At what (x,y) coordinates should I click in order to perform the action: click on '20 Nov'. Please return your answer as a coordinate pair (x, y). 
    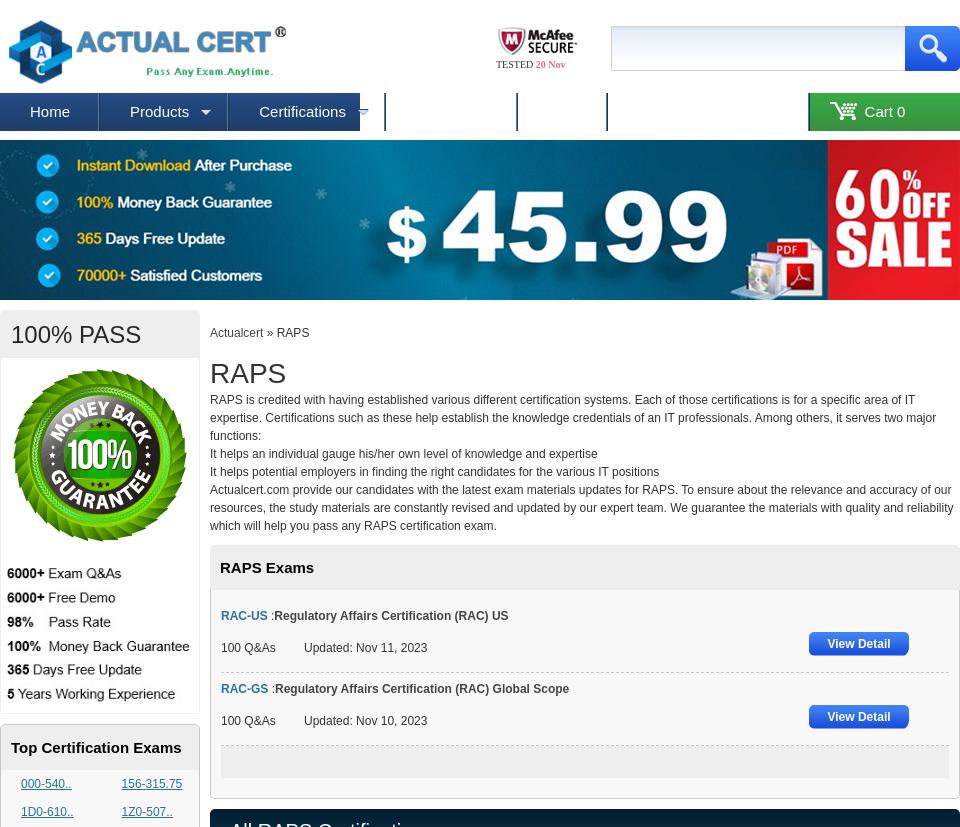
    Looking at the image, I should click on (549, 64).